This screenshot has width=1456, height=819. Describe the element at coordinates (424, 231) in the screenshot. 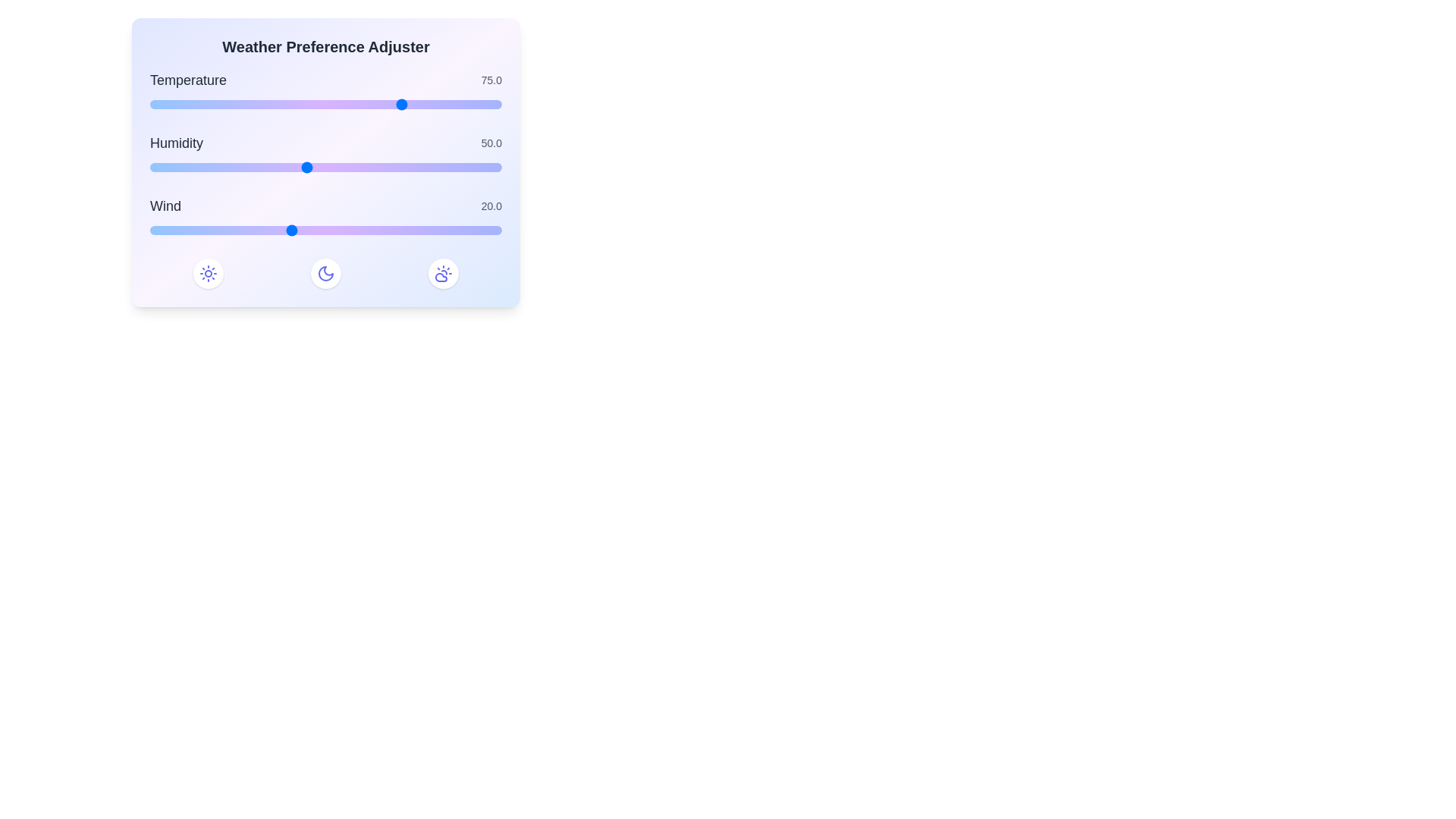

I see `wind preference` at that location.